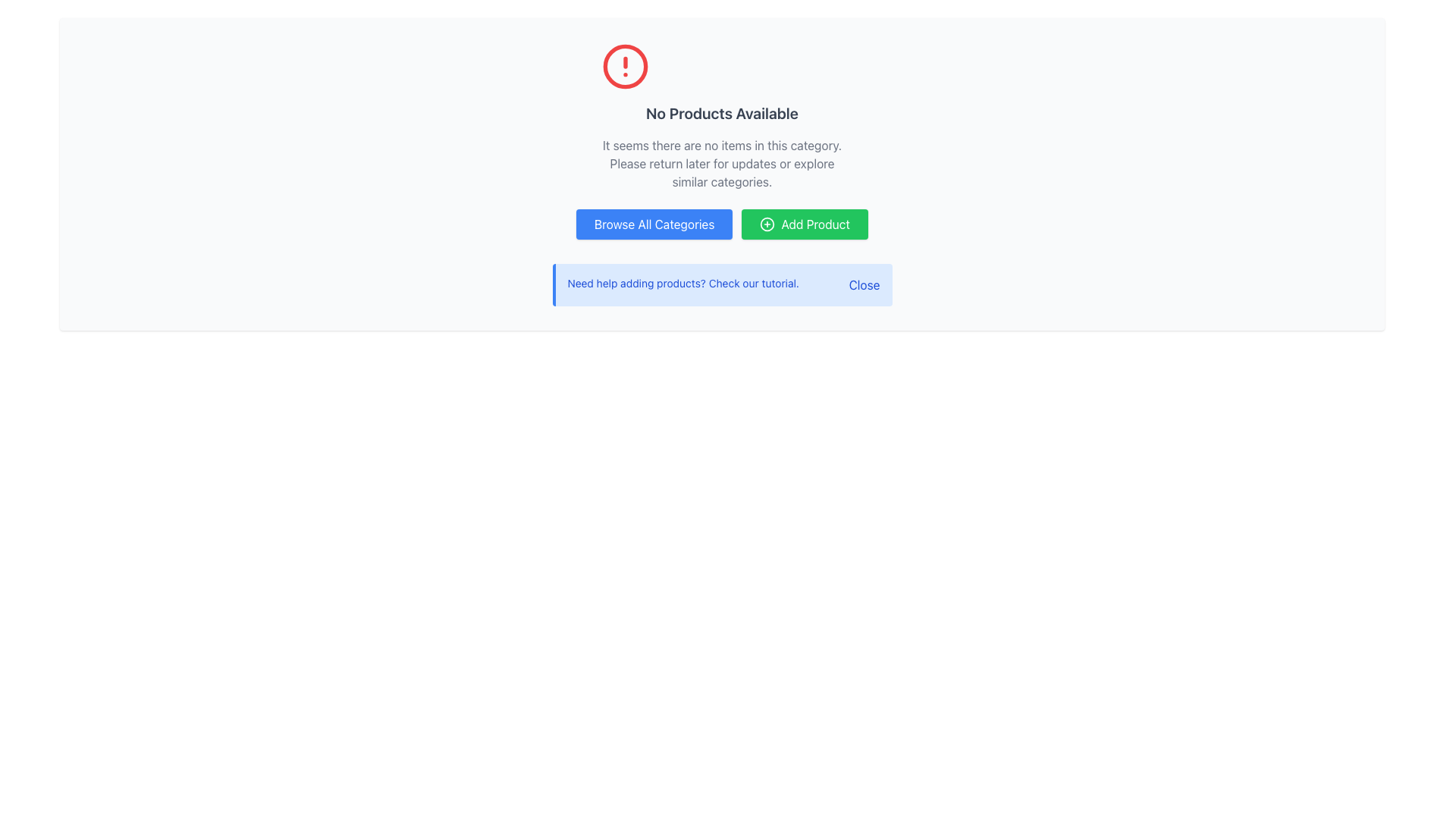 This screenshot has height=819, width=1456. Describe the element at coordinates (723, 284) in the screenshot. I see `the 'Check our tutorial' text on the Informational banner to access the tutorial page` at that location.